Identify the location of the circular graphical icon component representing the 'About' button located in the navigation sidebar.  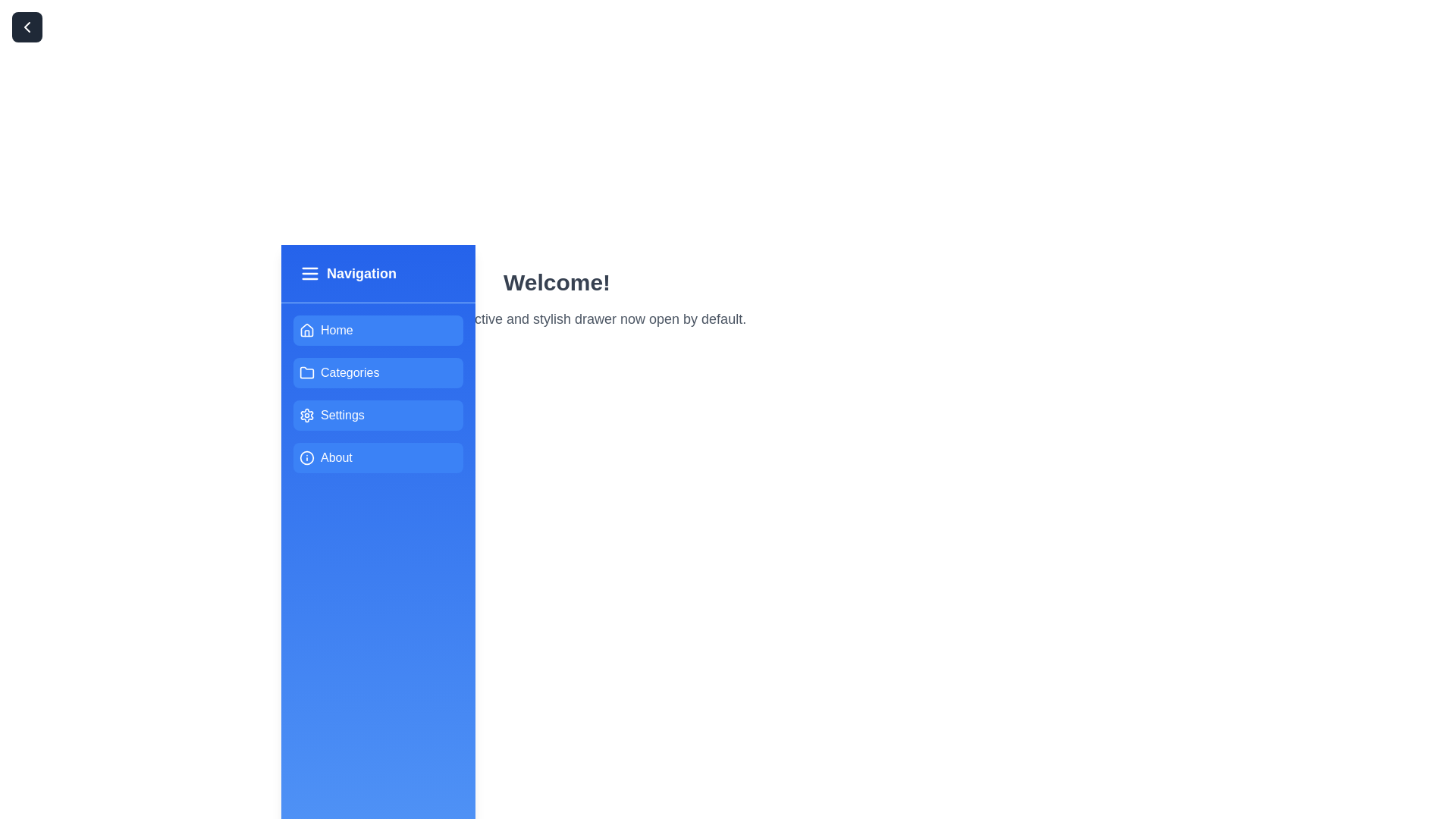
(306, 457).